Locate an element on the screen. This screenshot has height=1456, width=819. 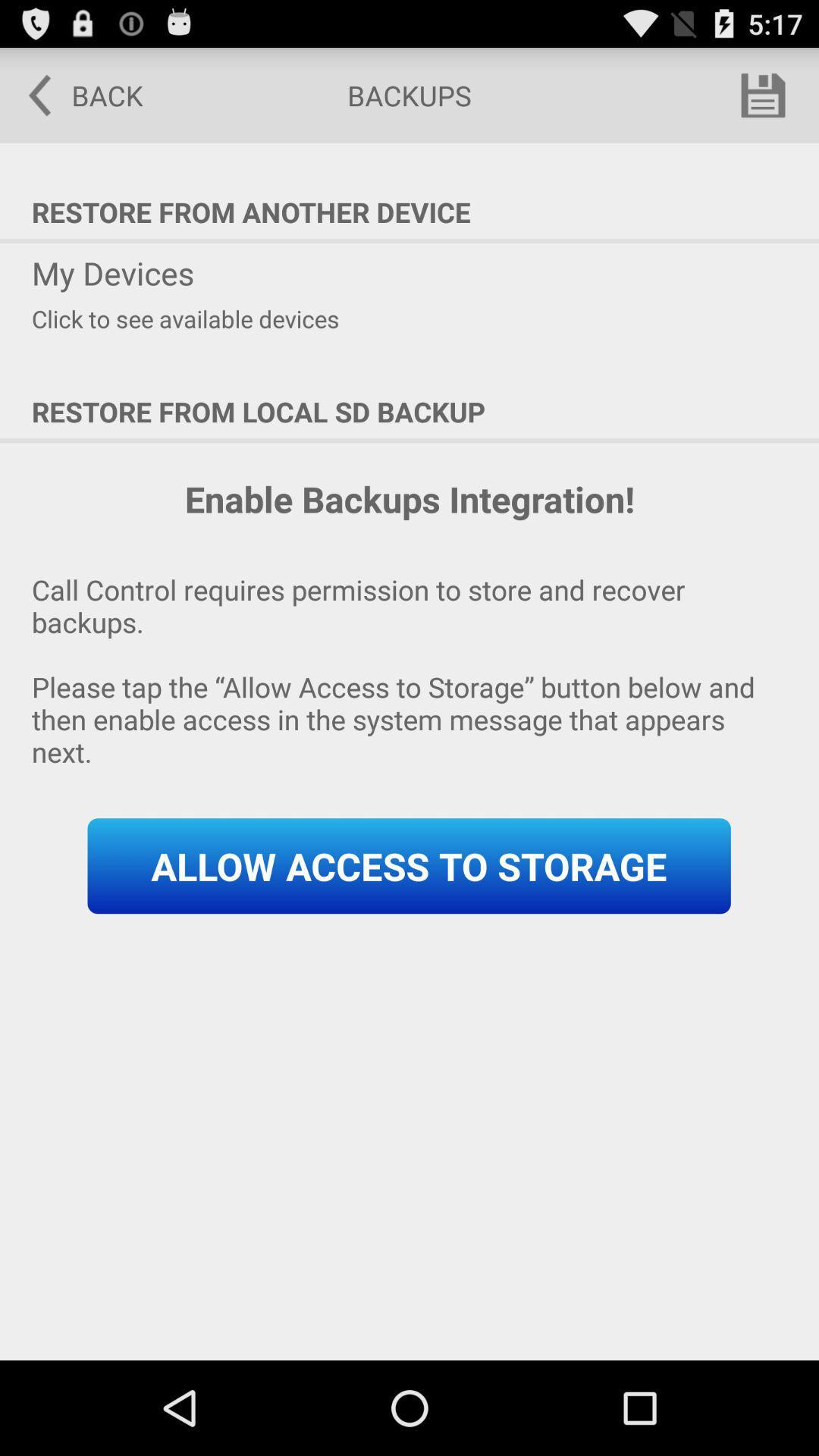
the back at the top left corner is located at coordinates (75, 94).